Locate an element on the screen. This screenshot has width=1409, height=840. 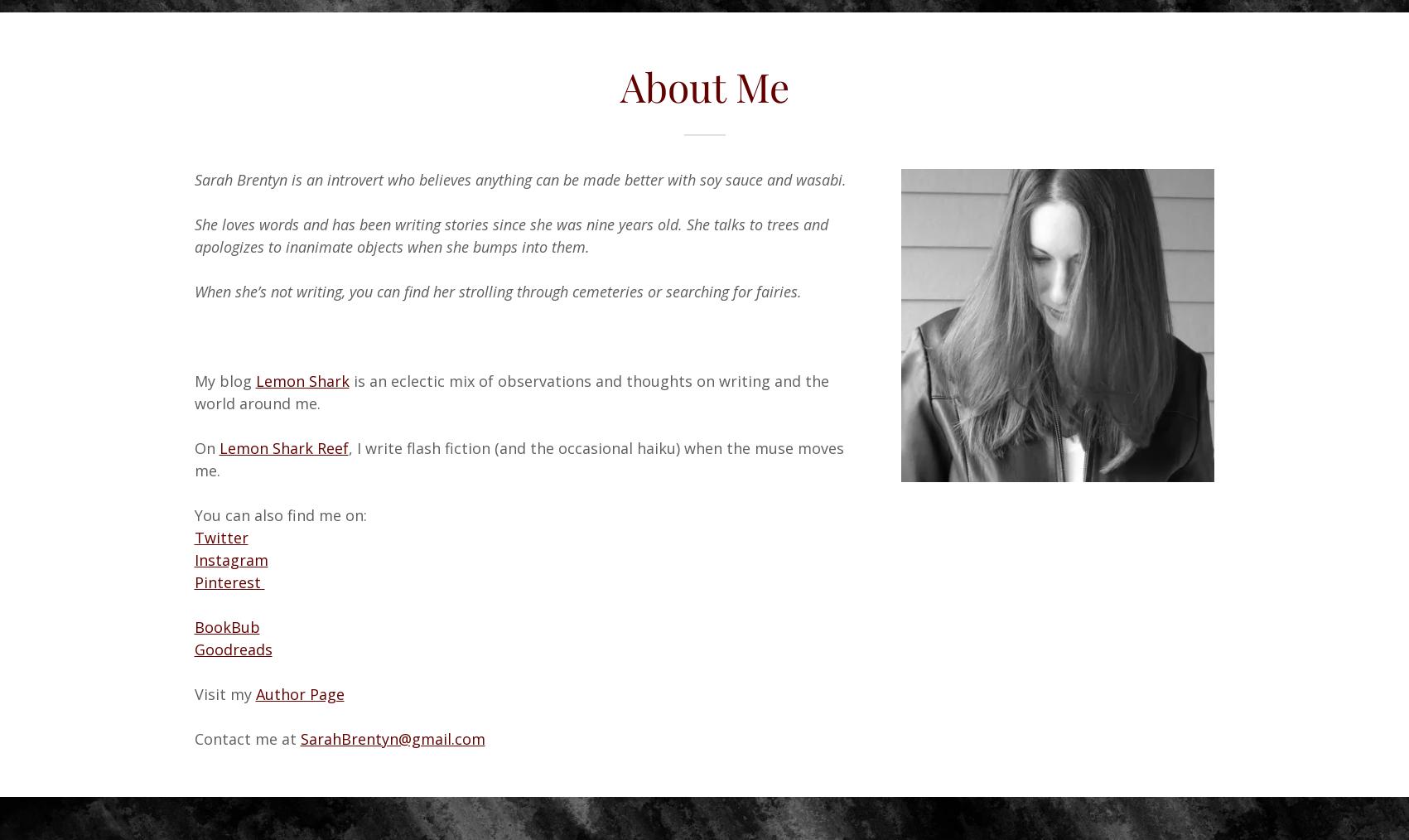
'Visit my' is located at coordinates (224, 693).